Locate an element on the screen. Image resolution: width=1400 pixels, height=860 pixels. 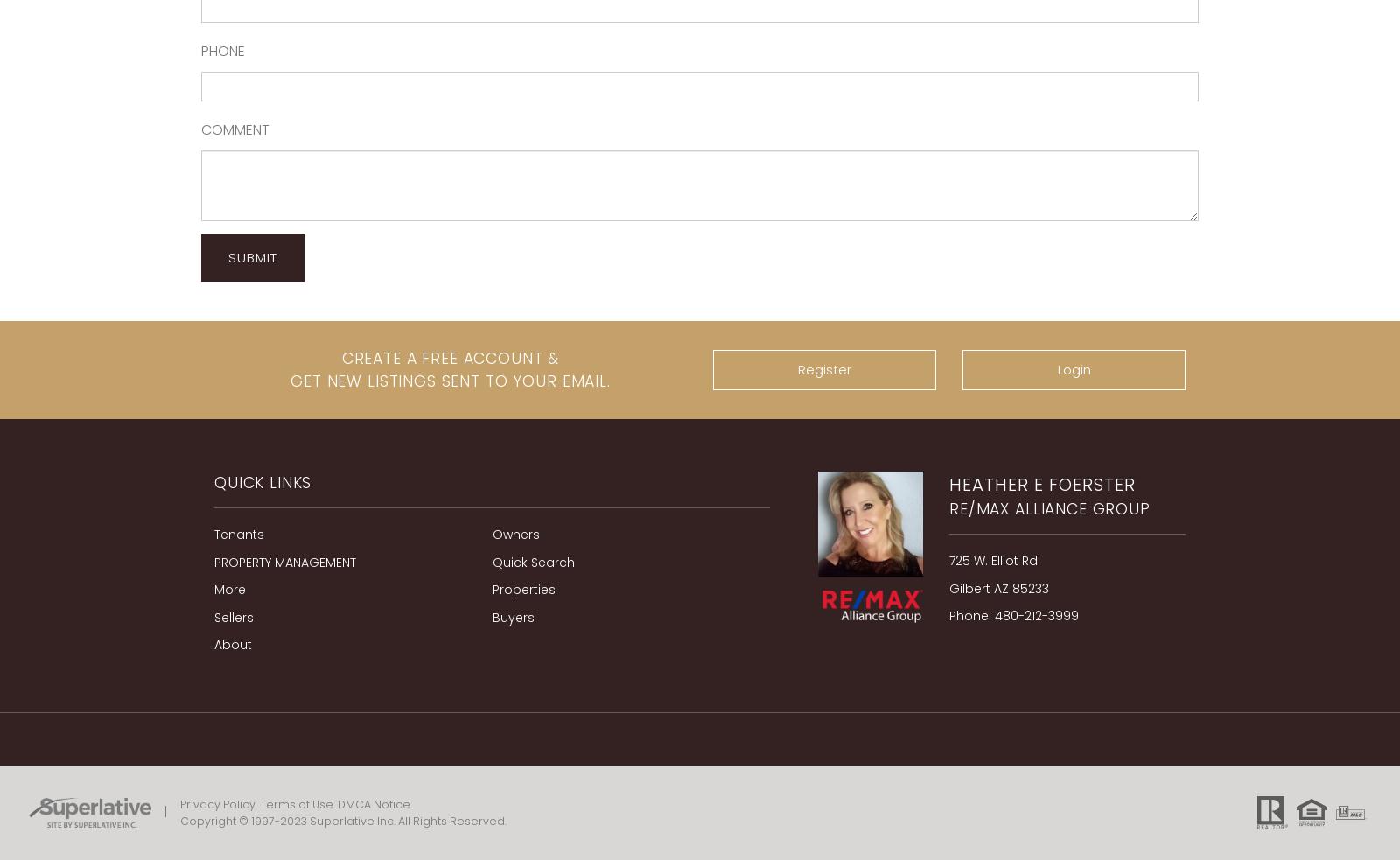
'|' is located at coordinates (164, 811).